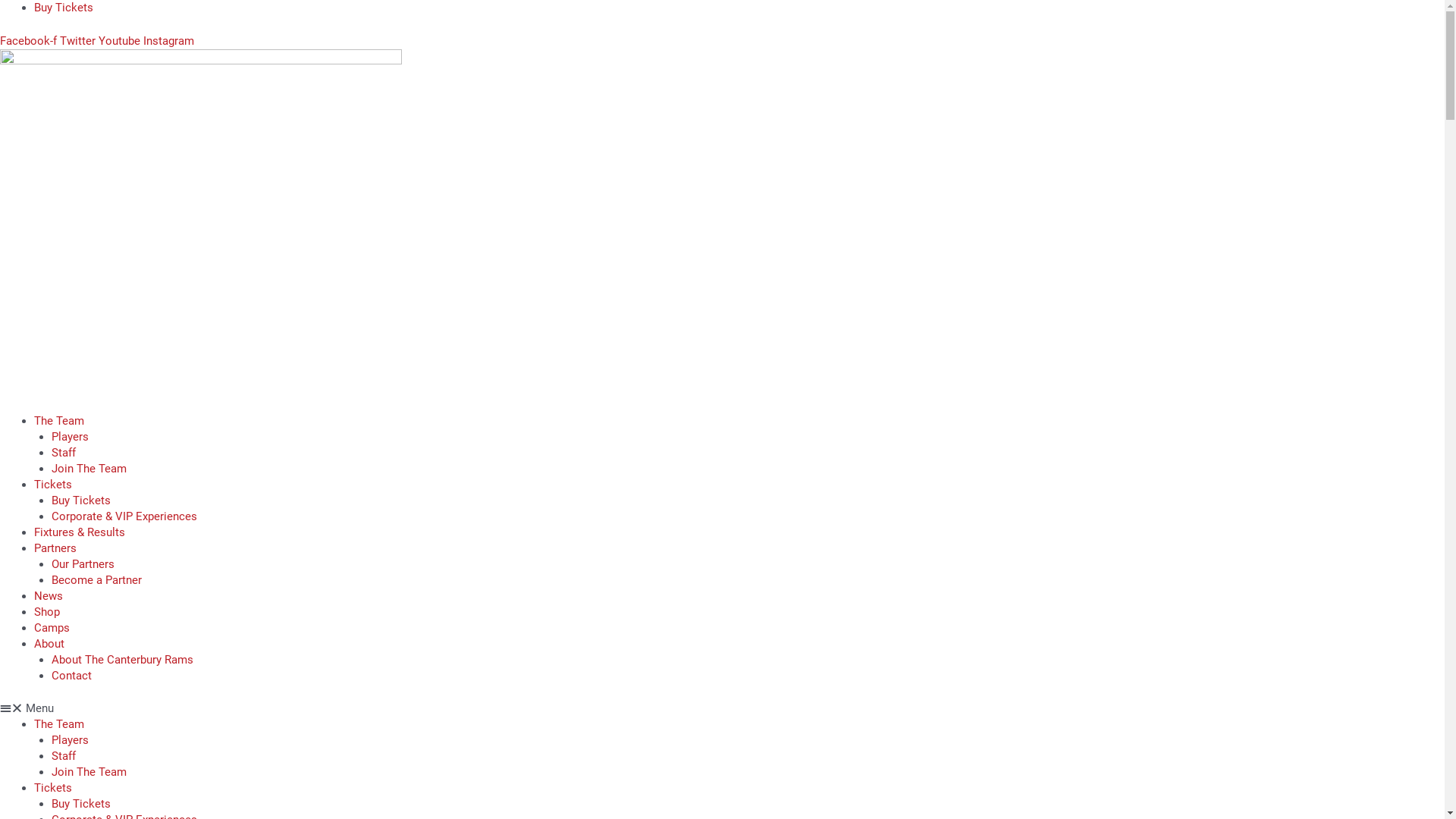  What do you see at coordinates (88, 772) in the screenshot?
I see `'Join The Team'` at bounding box center [88, 772].